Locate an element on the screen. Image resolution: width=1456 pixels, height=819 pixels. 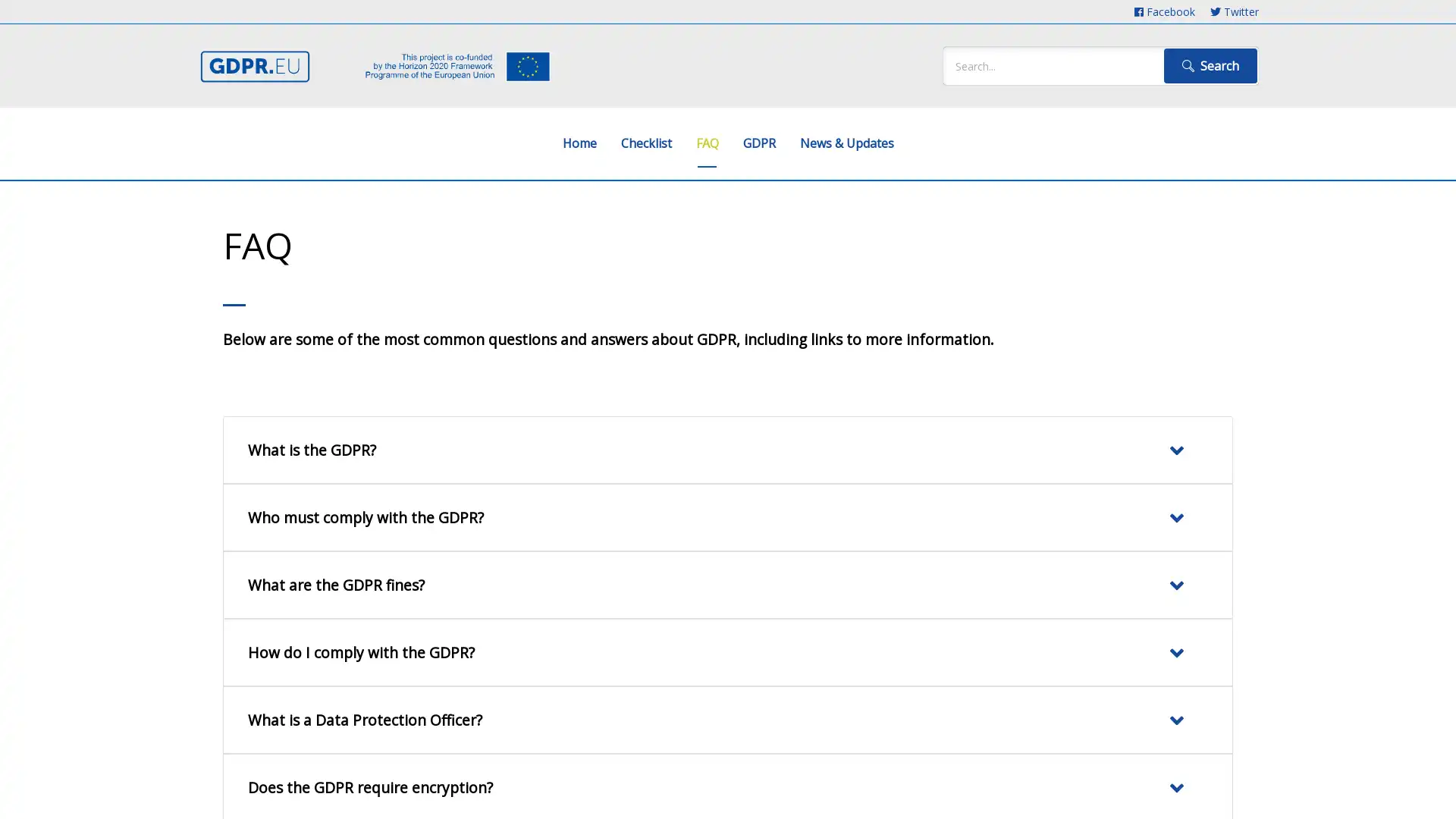
Search is located at coordinates (1210, 65).